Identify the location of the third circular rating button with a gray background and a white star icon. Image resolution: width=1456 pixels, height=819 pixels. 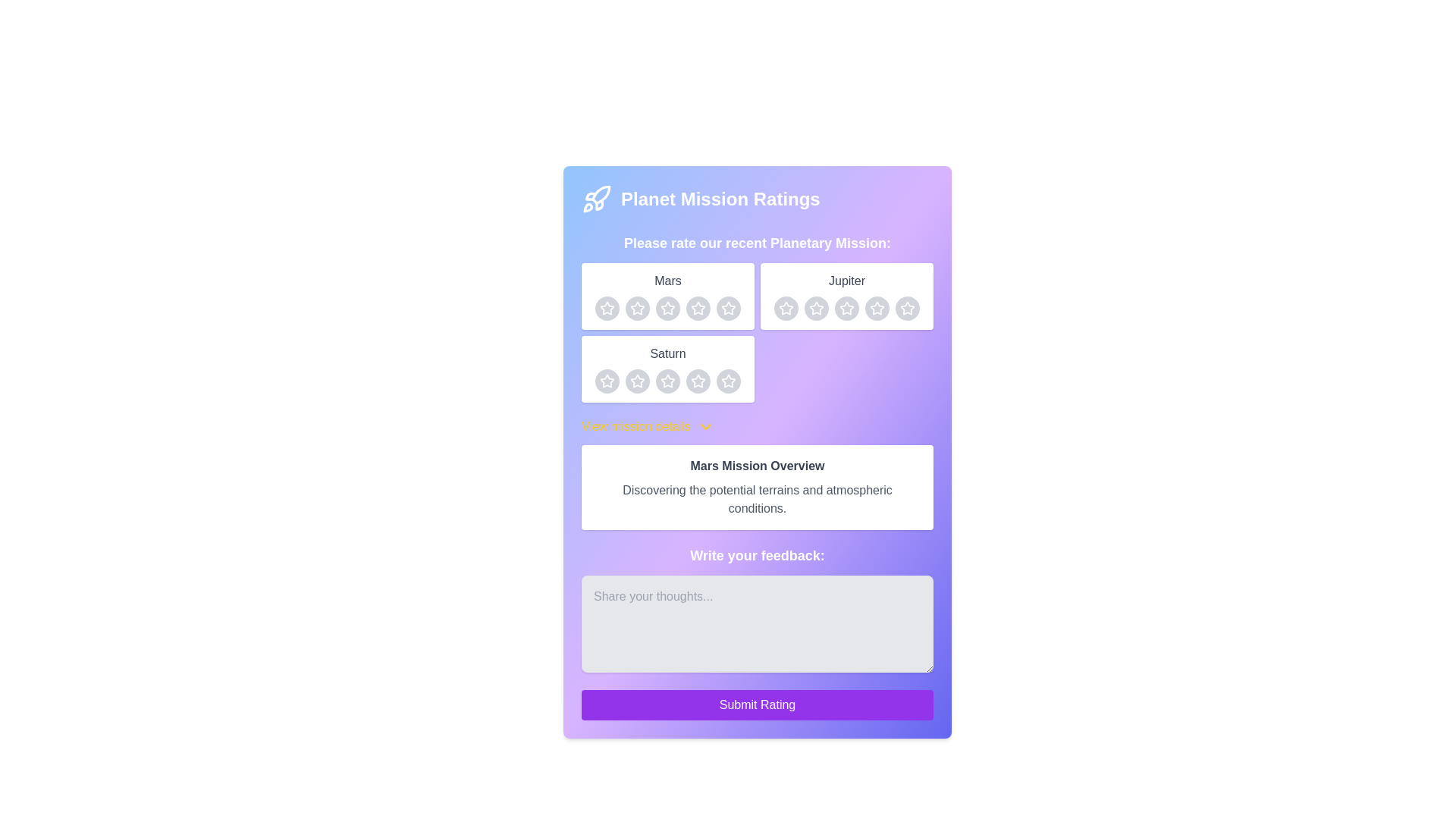
(667, 380).